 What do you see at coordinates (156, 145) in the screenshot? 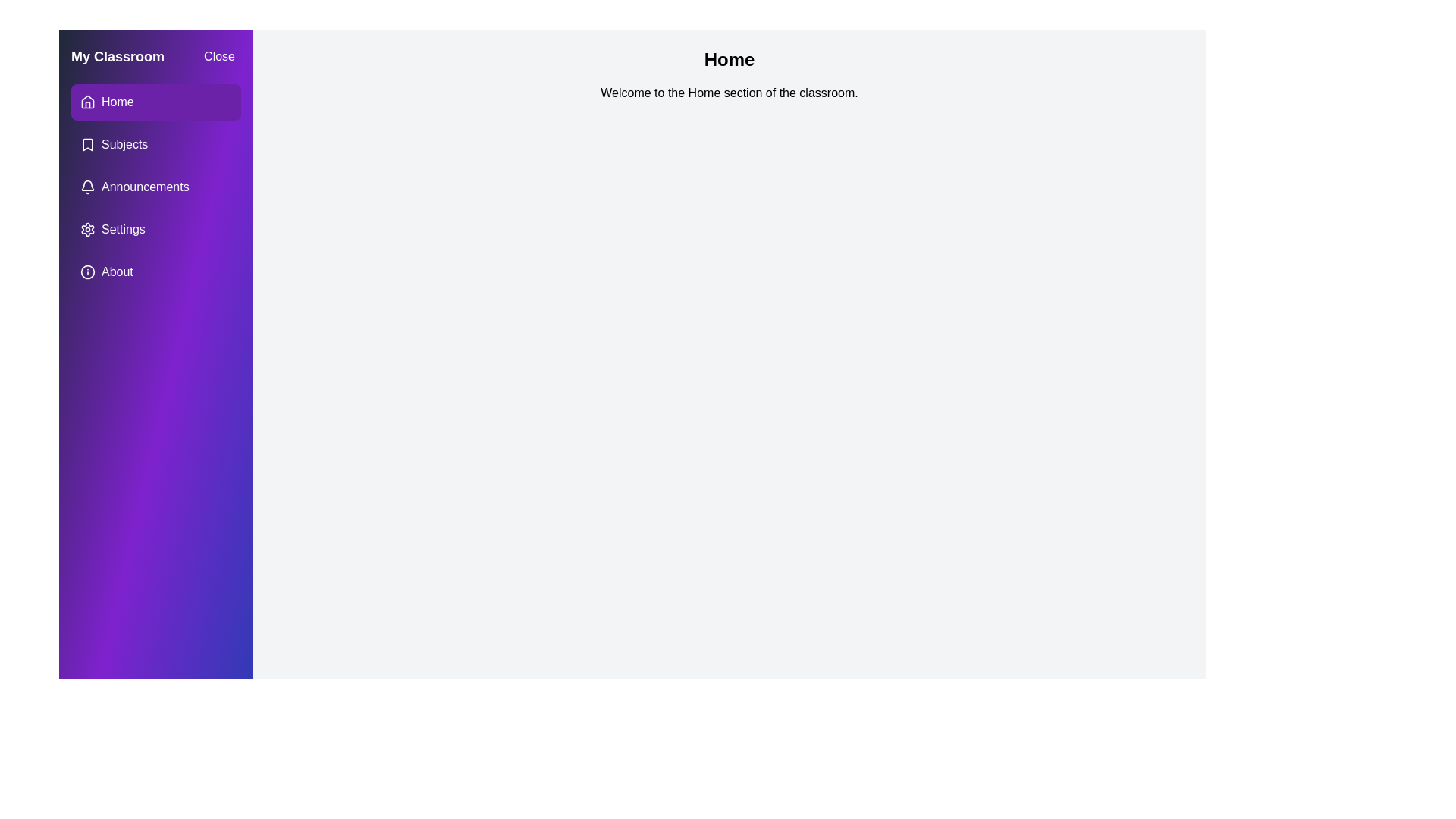
I see `the menu item labeled 'Subjects' to observe visual feedback` at bounding box center [156, 145].